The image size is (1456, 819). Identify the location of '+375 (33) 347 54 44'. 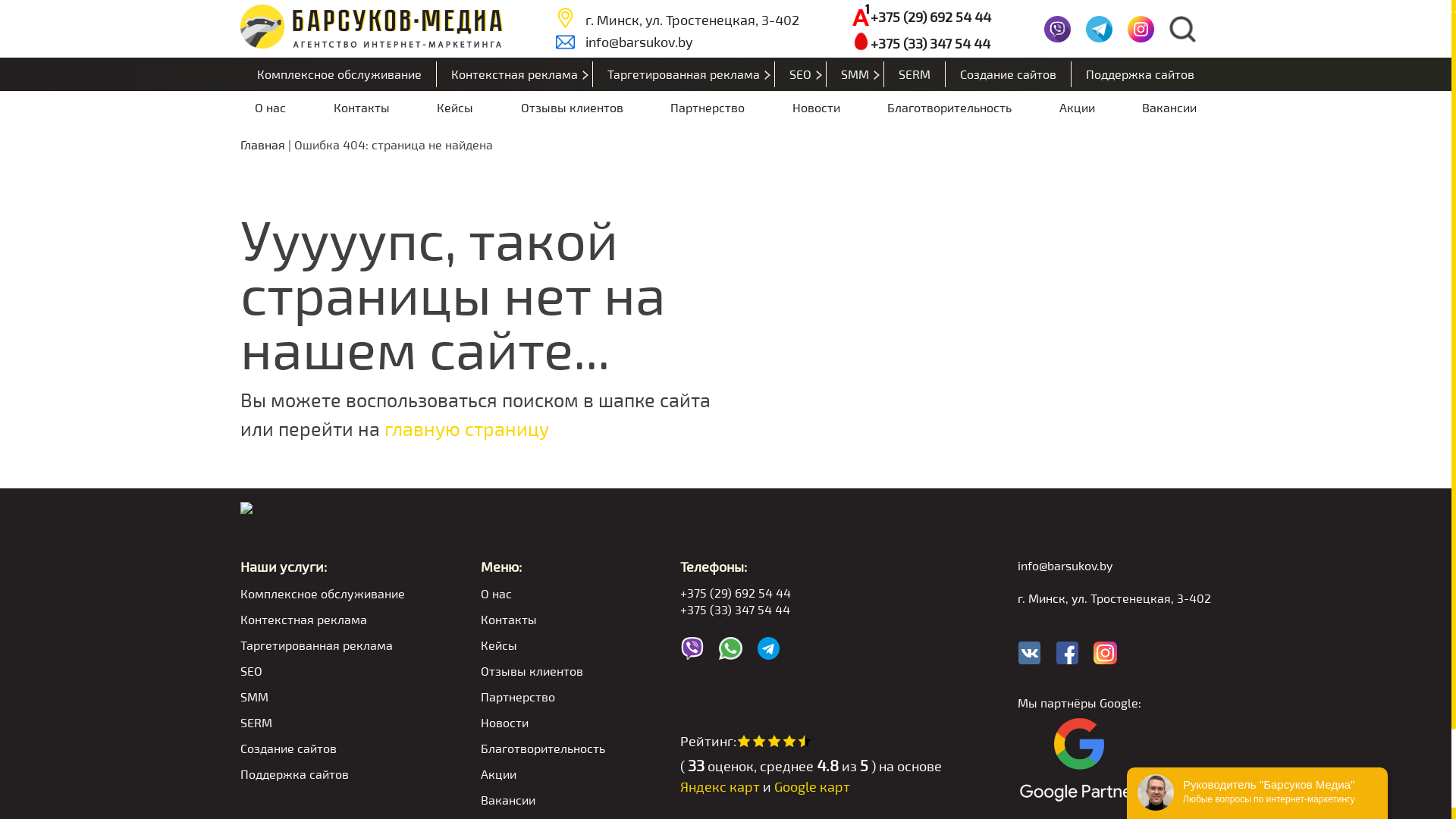
(920, 42).